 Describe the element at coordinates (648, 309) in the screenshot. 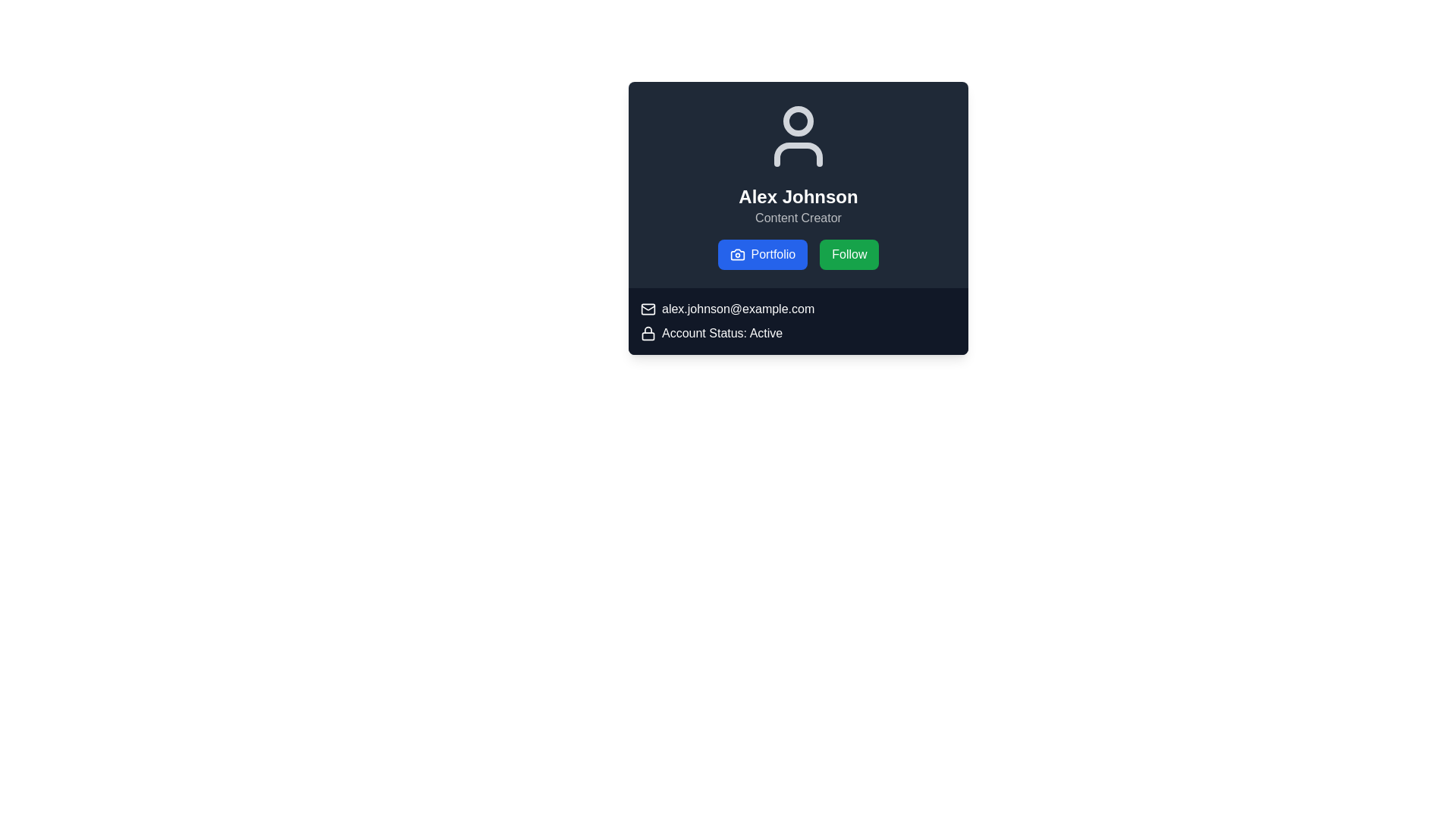

I see `the mail icon represented by a simplistic envelope outline, which is located to the left of the email address 'alex.johnson@example.com' in the bottom-left portion of the card component for Alex Johnson` at that location.